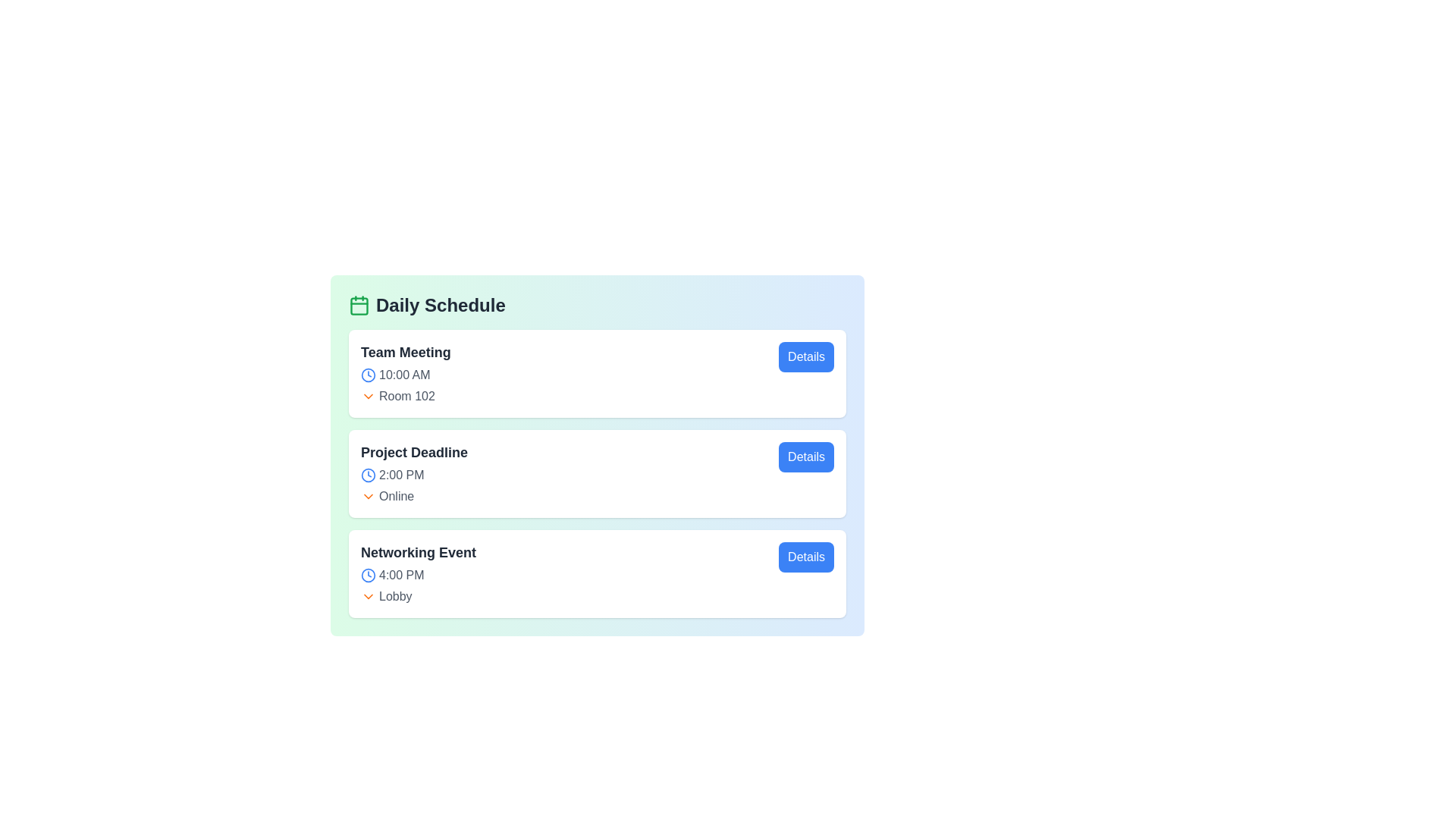 The image size is (1456, 819). I want to click on the time icon located in the 'Networking Event' section of the 'Daily Schedule' card, which is positioned to the left of the '4:00 PM' text, so click(368, 576).